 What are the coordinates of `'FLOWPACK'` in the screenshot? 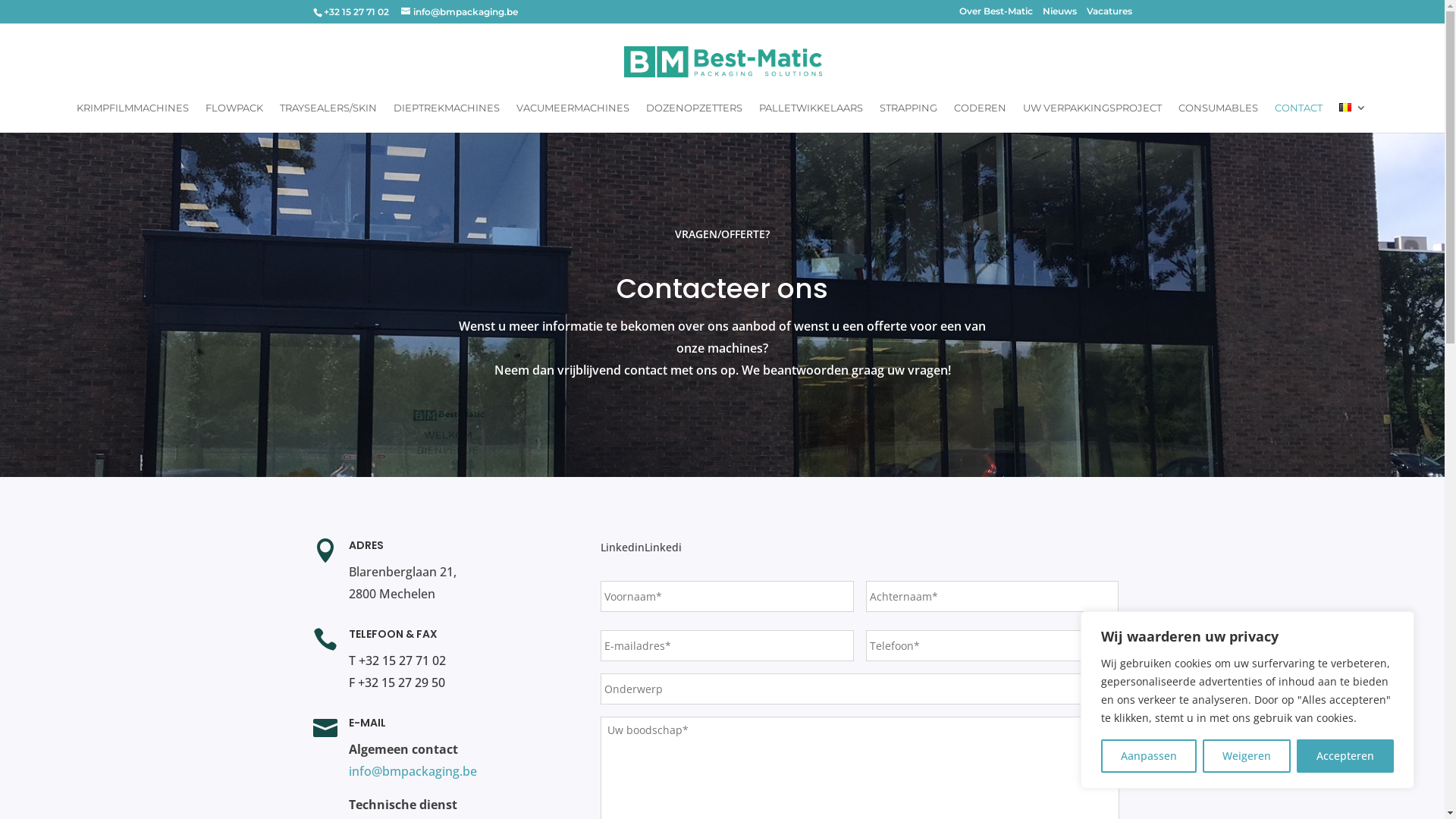 It's located at (204, 116).